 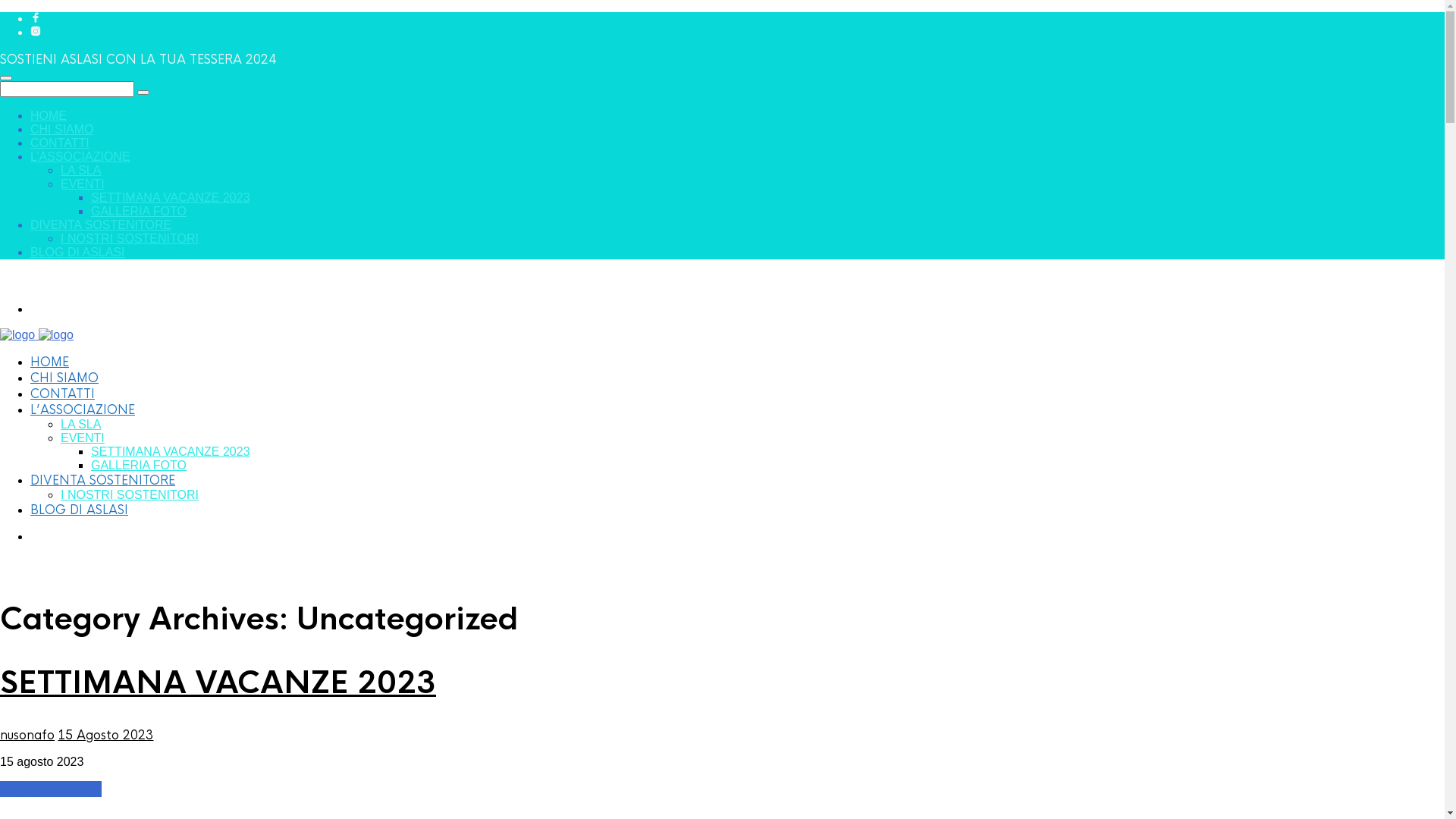 I want to click on 'SETTIMANA VACANZE 2023', so click(x=171, y=450).